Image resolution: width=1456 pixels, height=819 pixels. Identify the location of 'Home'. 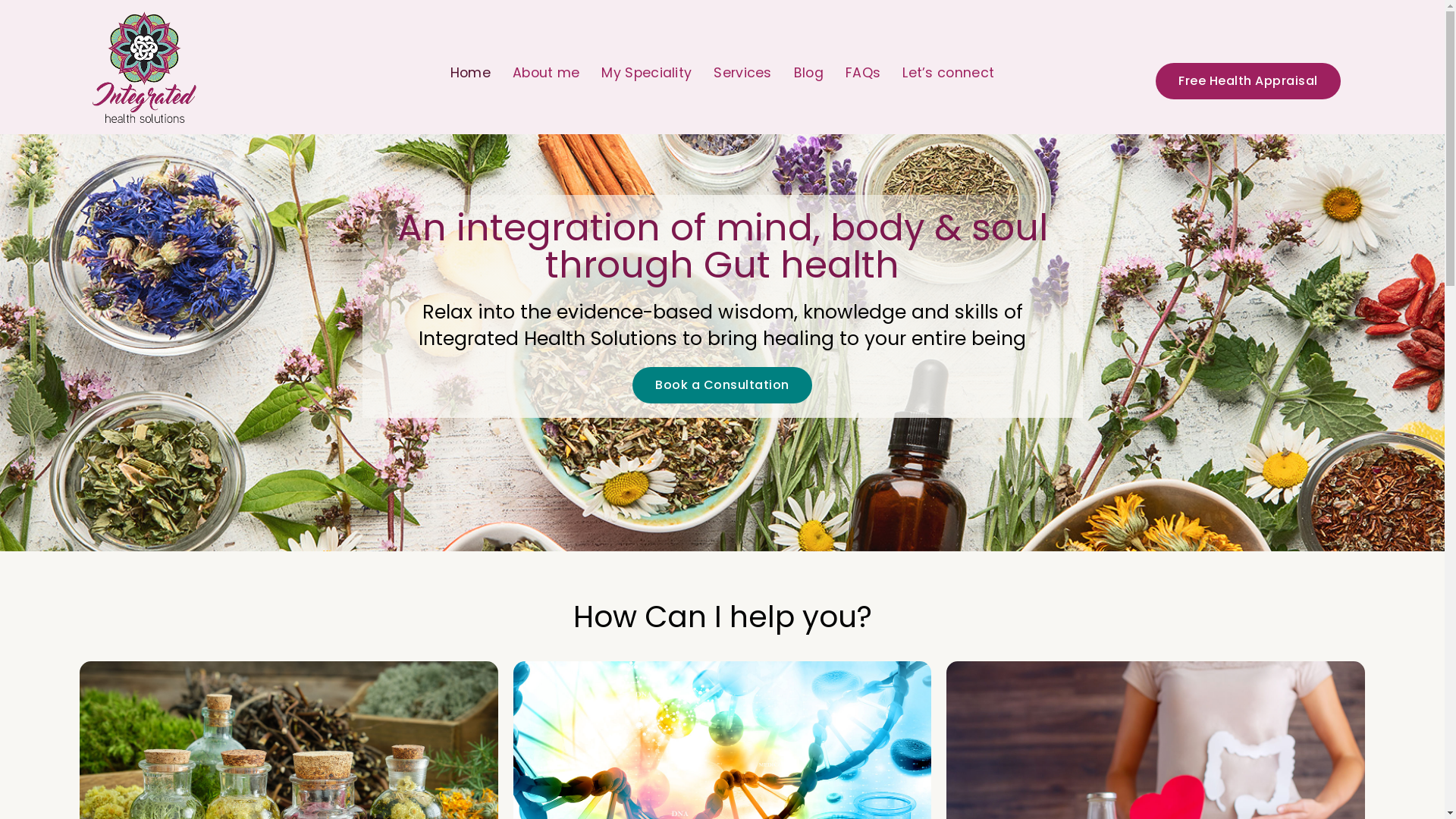
(469, 73).